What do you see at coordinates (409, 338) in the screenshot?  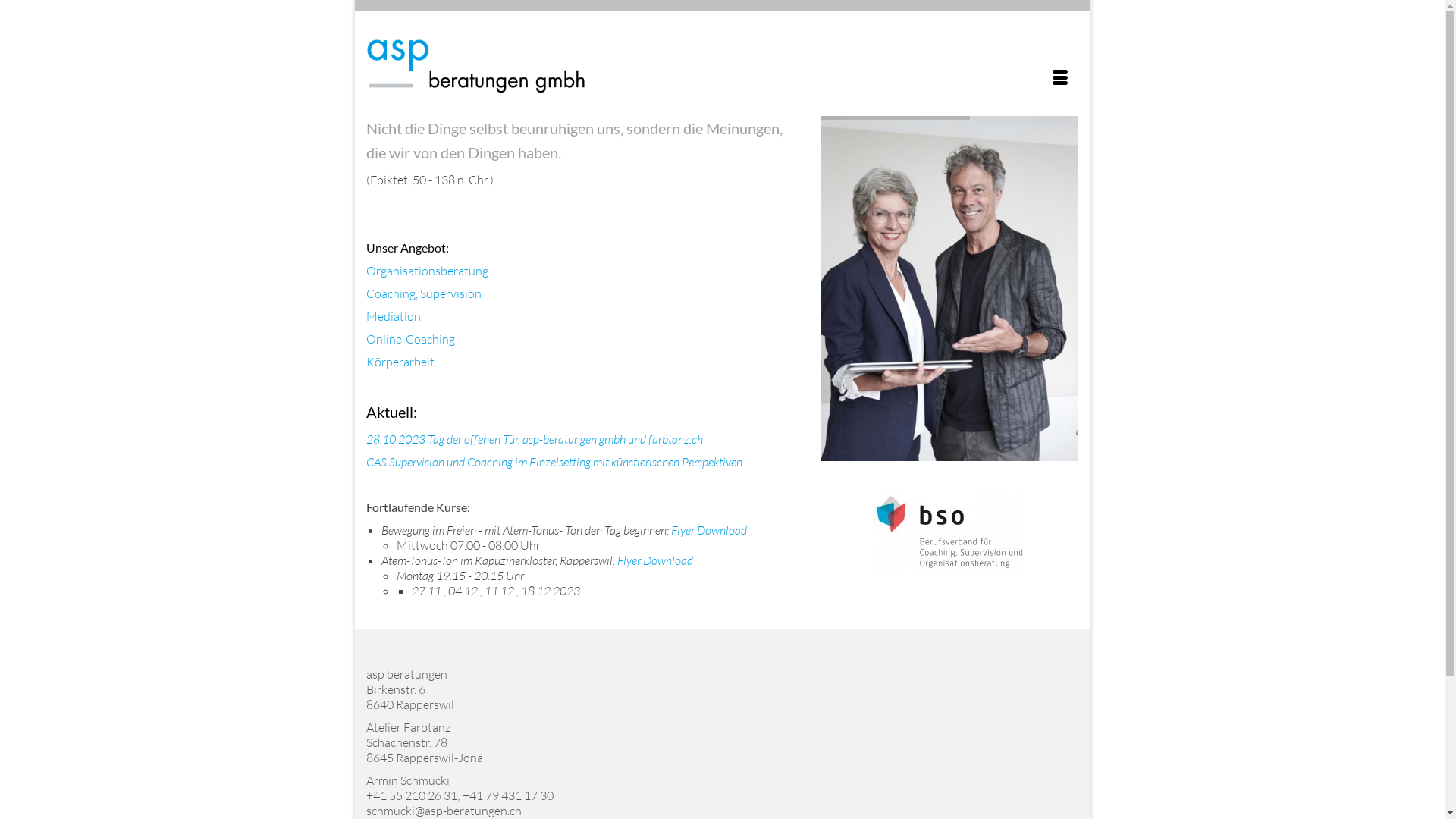 I see `'Online-Coaching'` at bounding box center [409, 338].